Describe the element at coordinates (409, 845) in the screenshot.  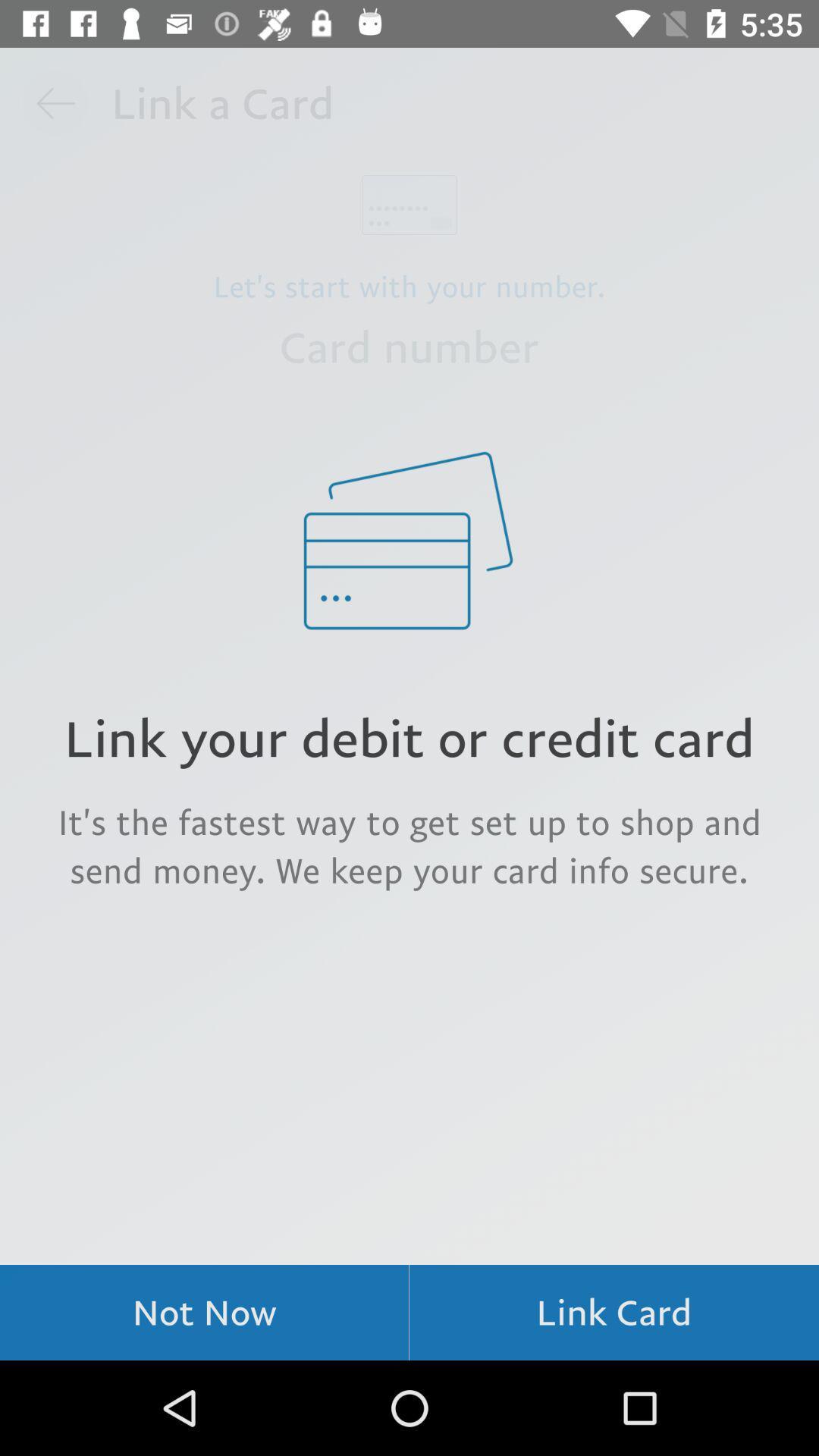
I see `item above the not now icon` at that location.